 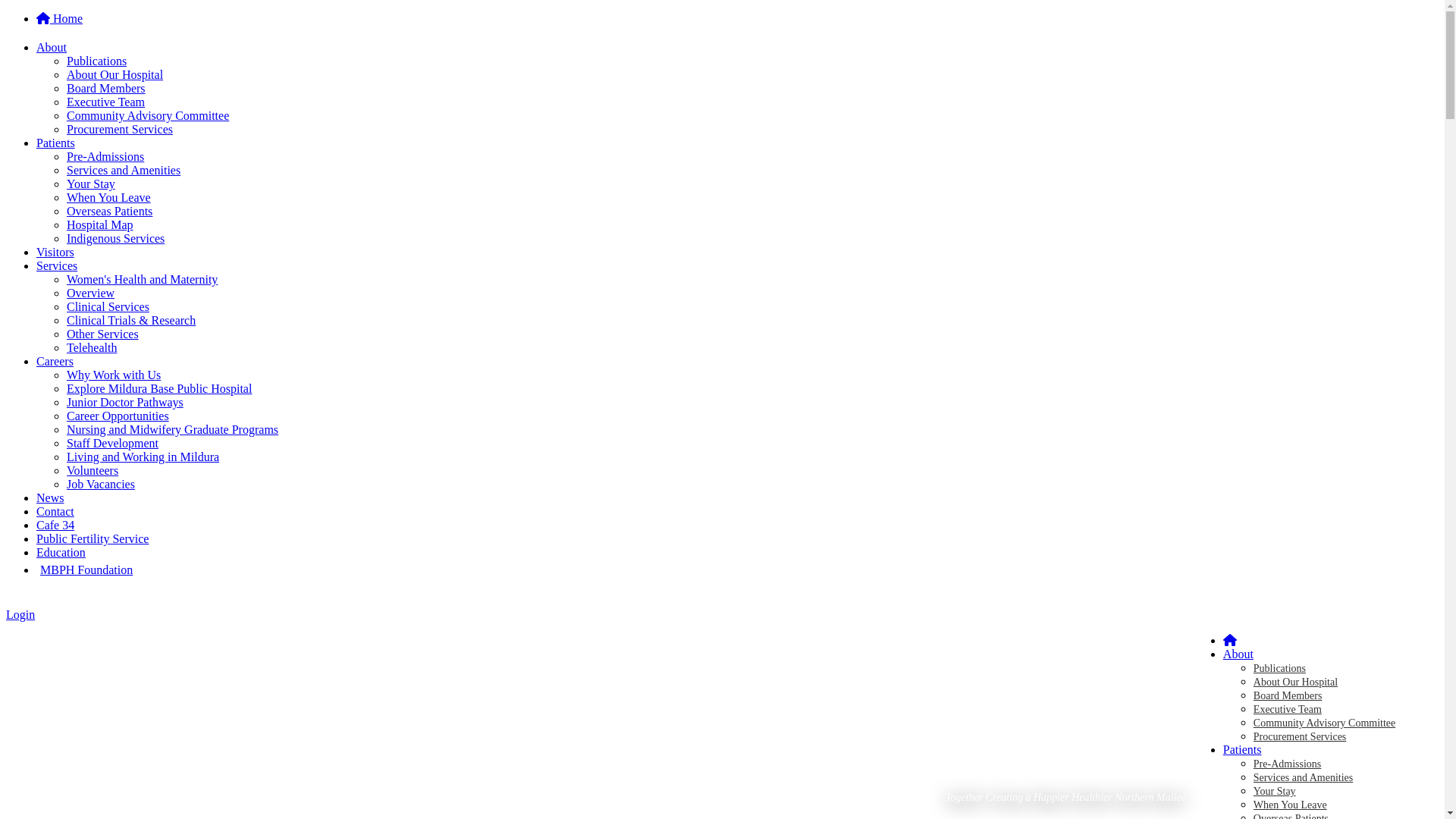 What do you see at coordinates (105, 102) in the screenshot?
I see `'Executive Team'` at bounding box center [105, 102].